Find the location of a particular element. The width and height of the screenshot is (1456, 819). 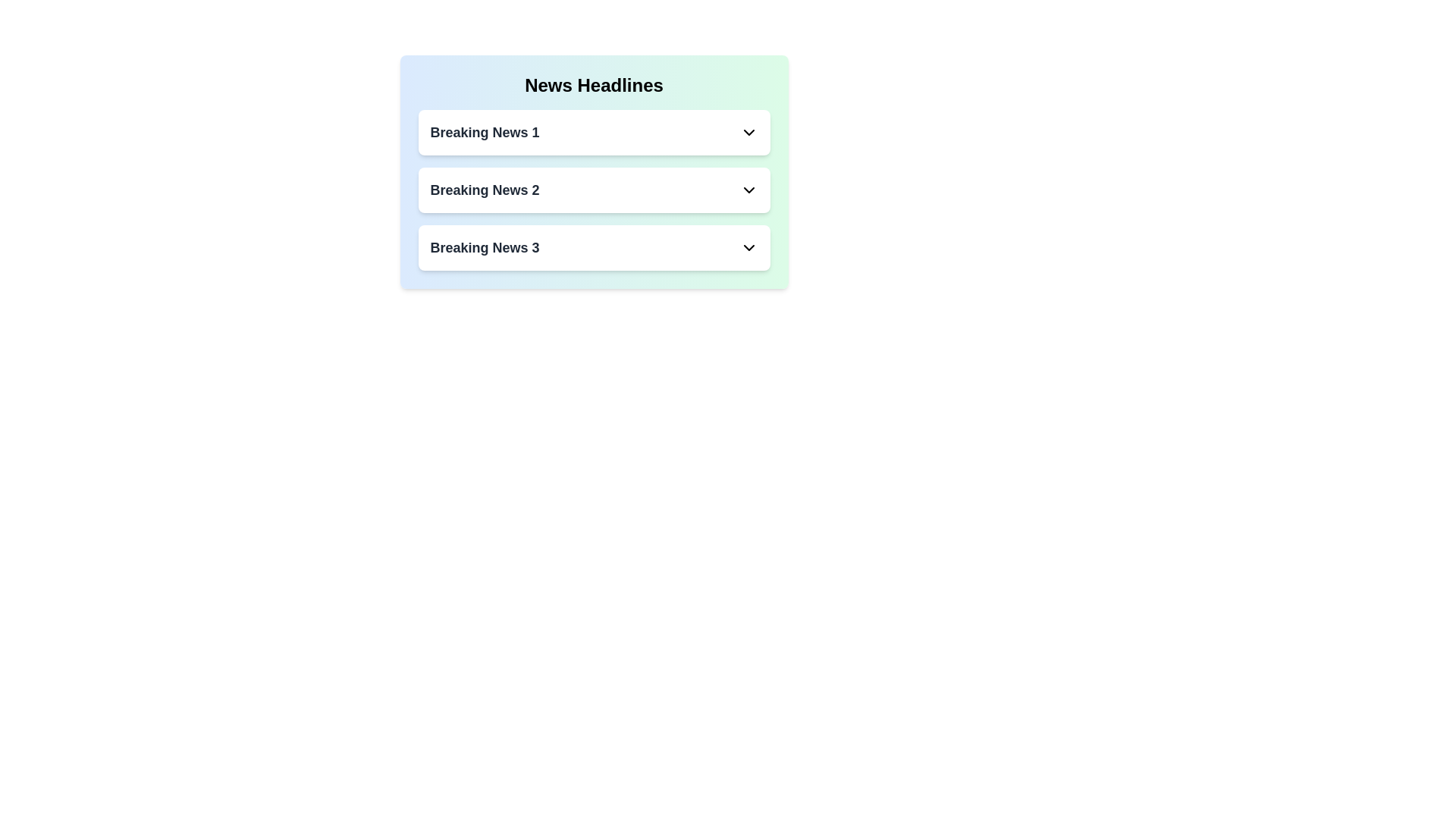

the dropdown icon for Breaking News 2 to toggle its view is located at coordinates (748, 189).